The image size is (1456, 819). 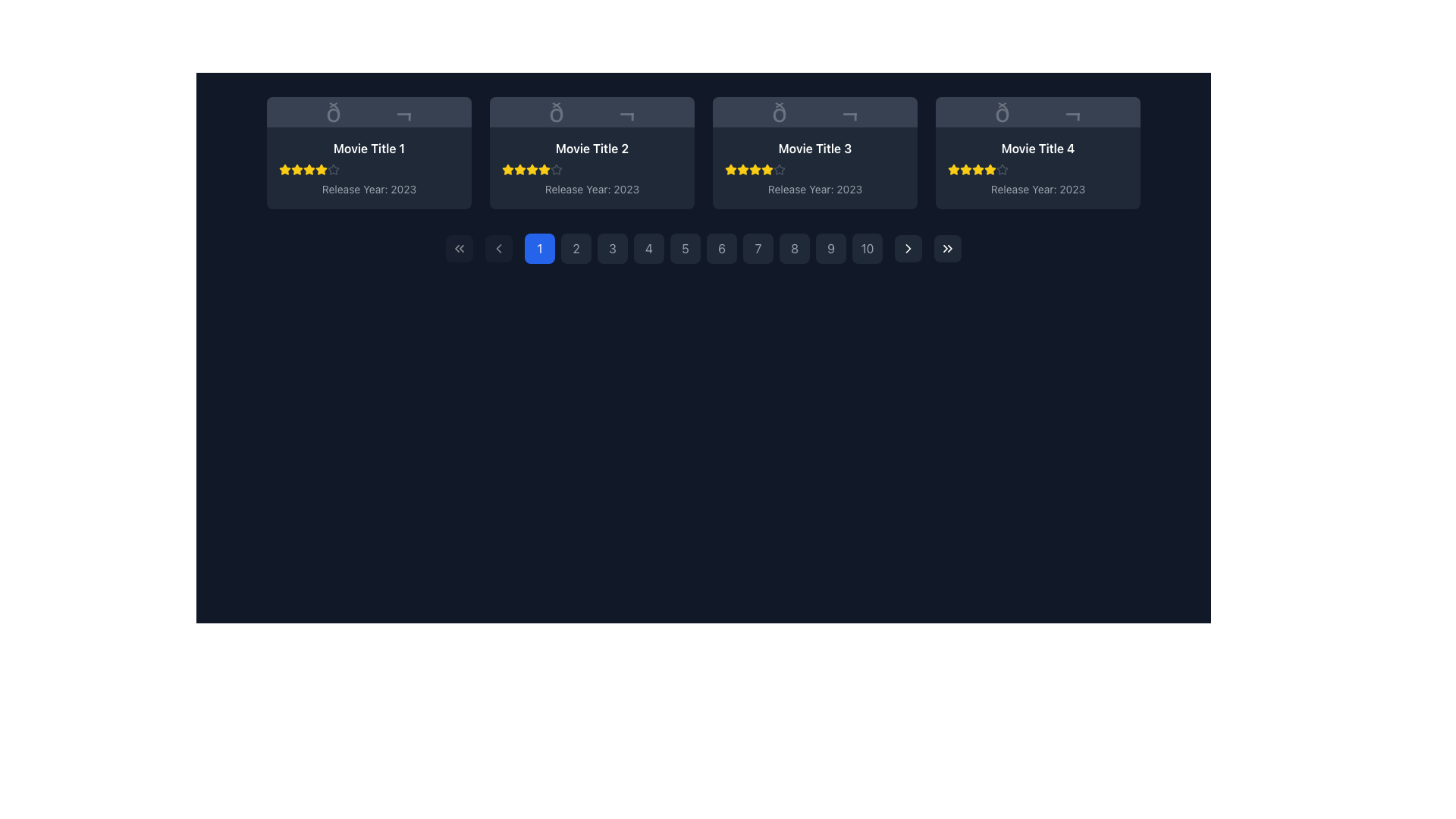 I want to click on the decorative centered emoticon symbol '🎬' in the second movie card (Movie Title 2), which is styled with a large font size and located at the top section of the card, so click(x=591, y=111).